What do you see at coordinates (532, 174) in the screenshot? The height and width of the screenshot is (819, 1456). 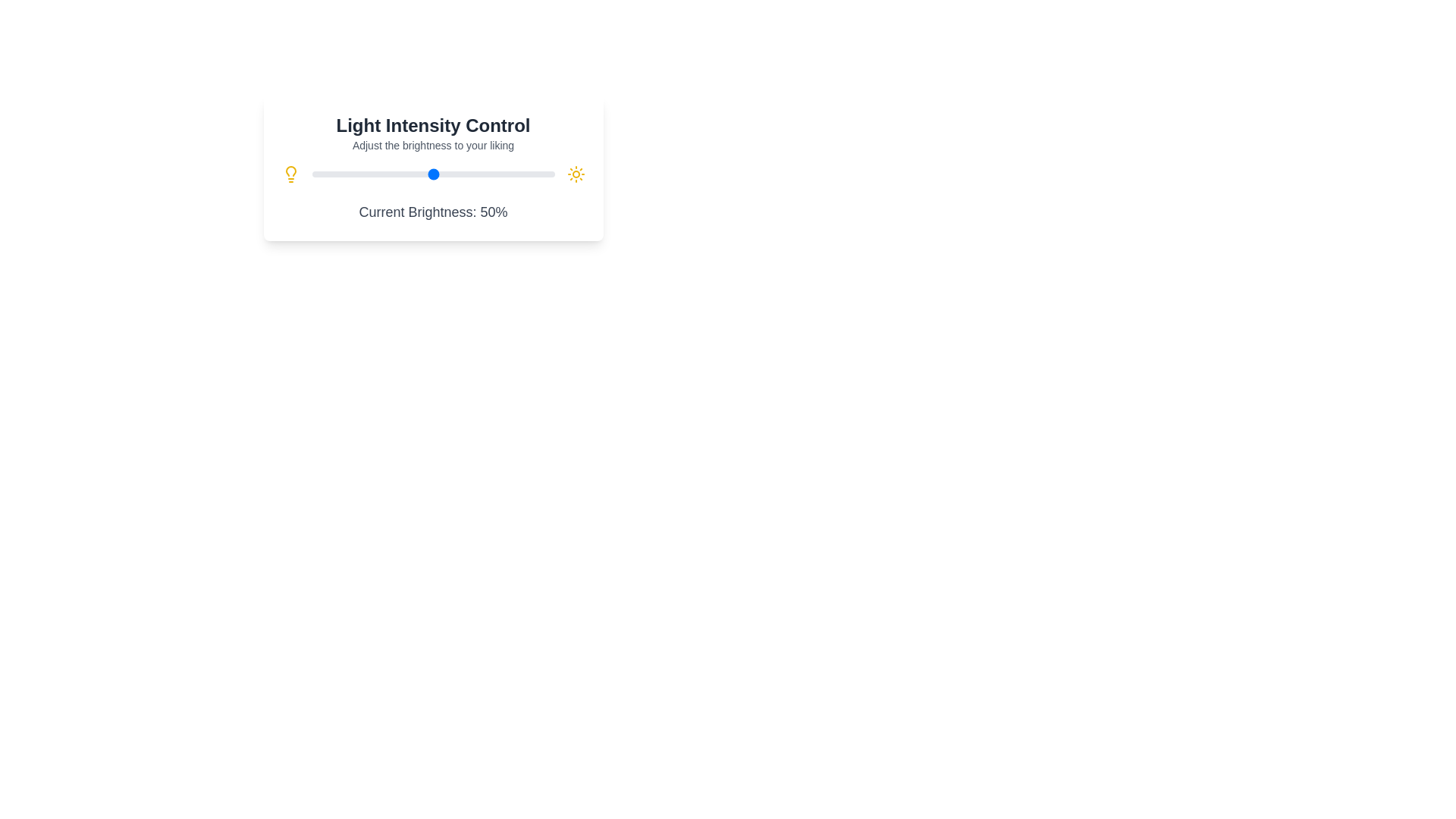 I see `the brightness slider to 91%` at bounding box center [532, 174].